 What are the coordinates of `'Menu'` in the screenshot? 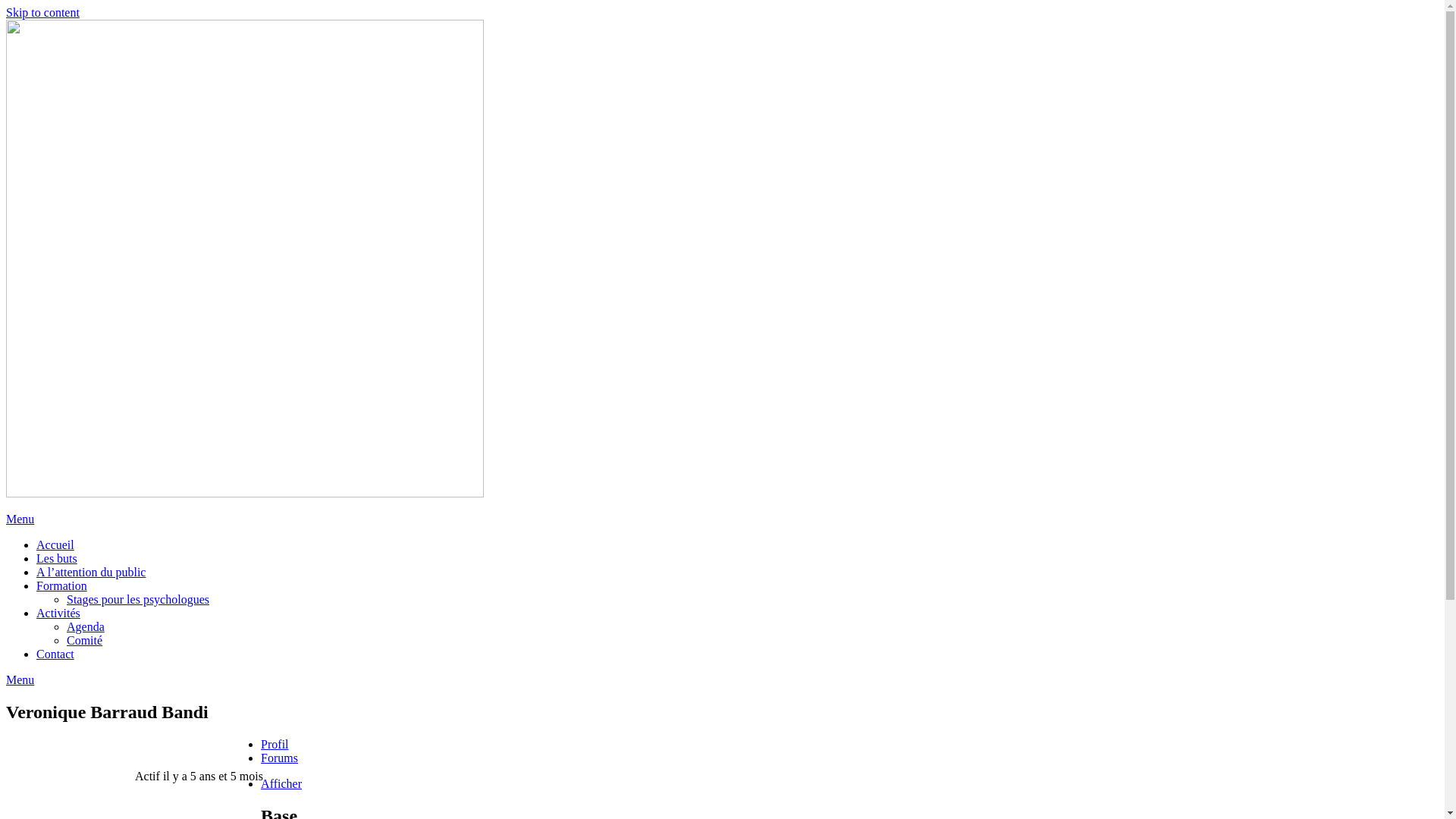 It's located at (20, 679).